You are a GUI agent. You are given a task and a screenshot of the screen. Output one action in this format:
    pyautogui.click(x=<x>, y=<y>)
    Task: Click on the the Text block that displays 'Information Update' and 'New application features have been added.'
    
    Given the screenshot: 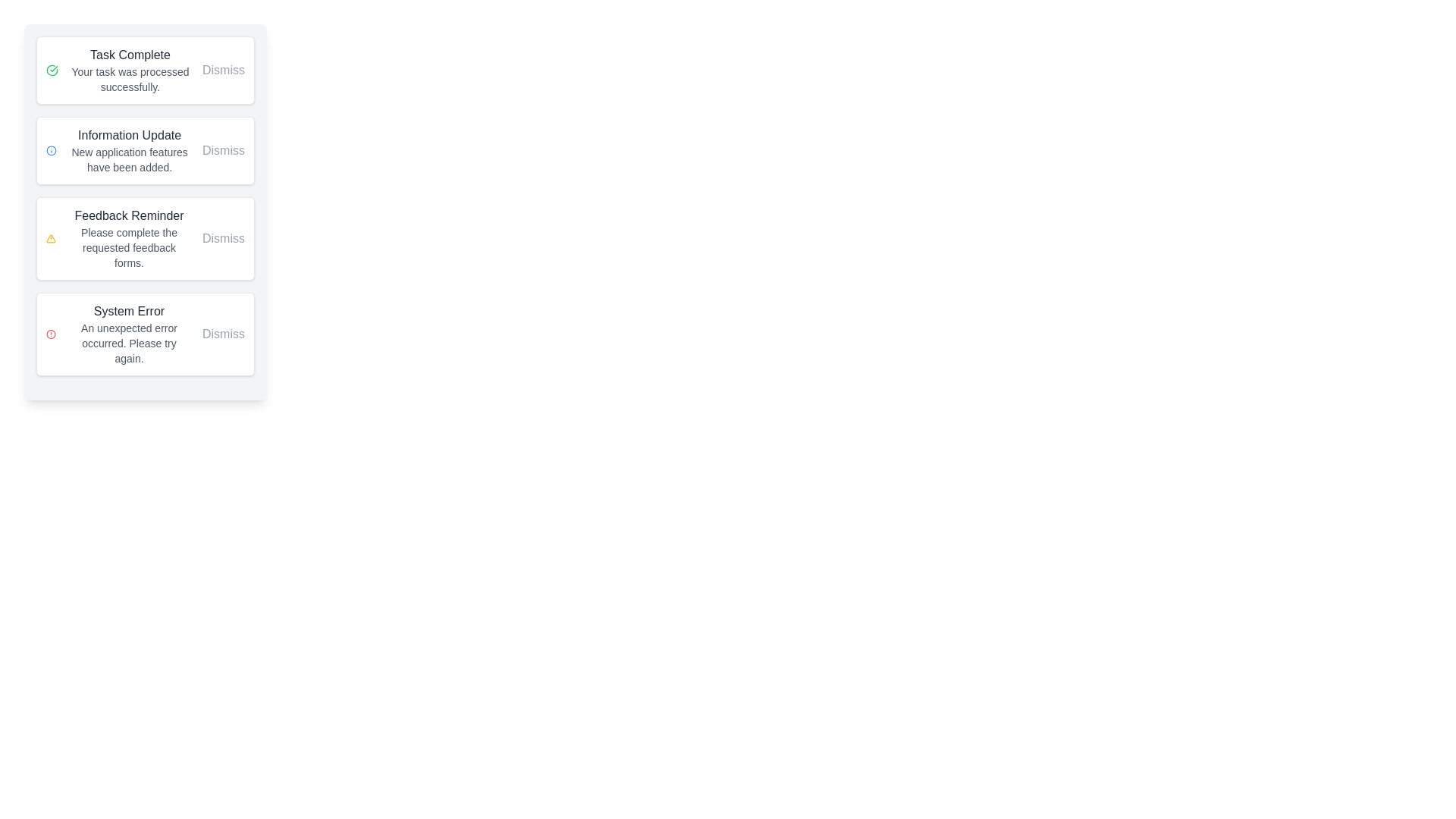 What is the action you would take?
    pyautogui.click(x=130, y=151)
    